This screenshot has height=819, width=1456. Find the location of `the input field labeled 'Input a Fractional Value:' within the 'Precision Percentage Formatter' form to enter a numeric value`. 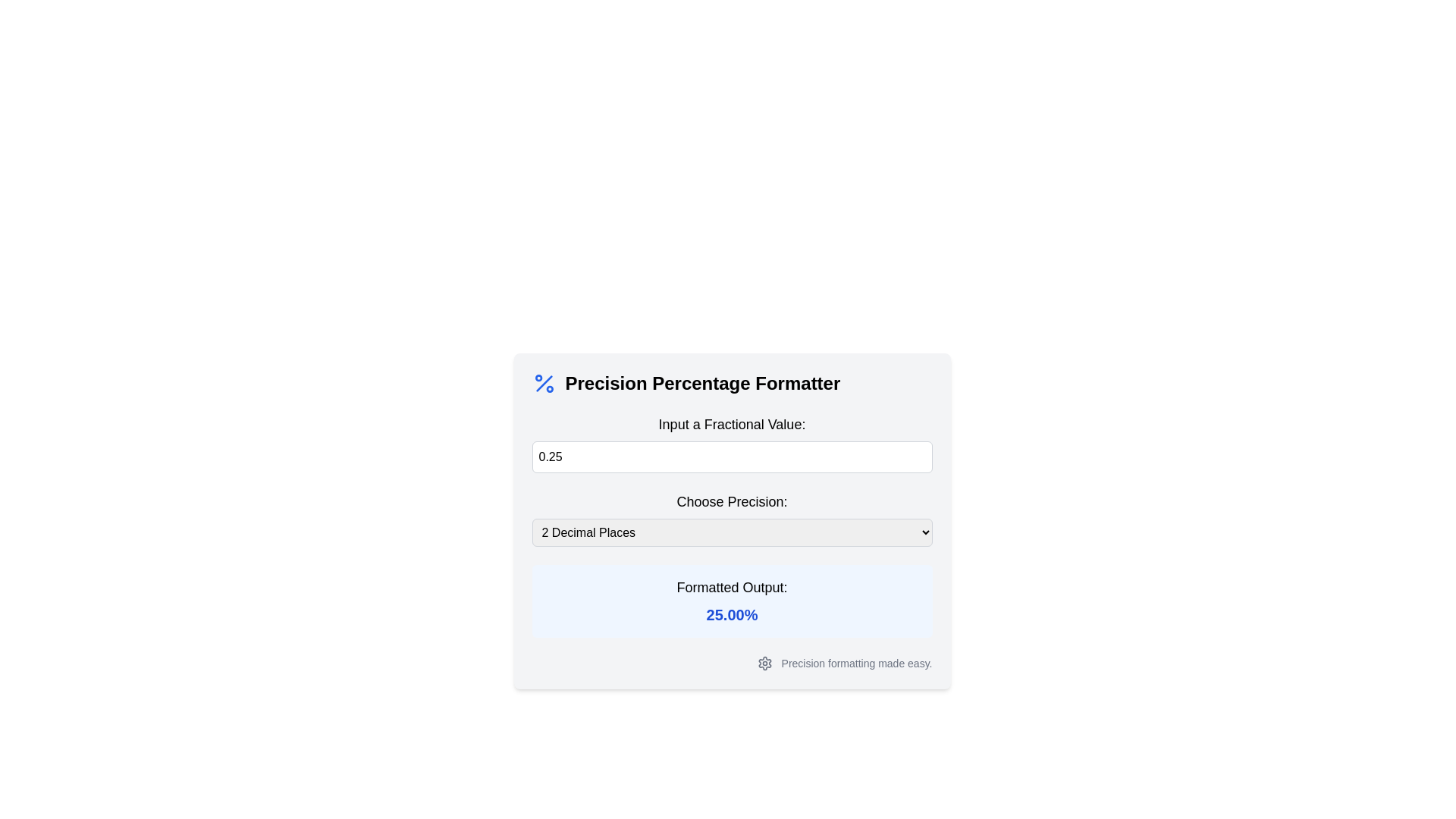

the input field labeled 'Input a Fractional Value:' within the 'Precision Percentage Formatter' form to enter a numeric value is located at coordinates (732, 520).